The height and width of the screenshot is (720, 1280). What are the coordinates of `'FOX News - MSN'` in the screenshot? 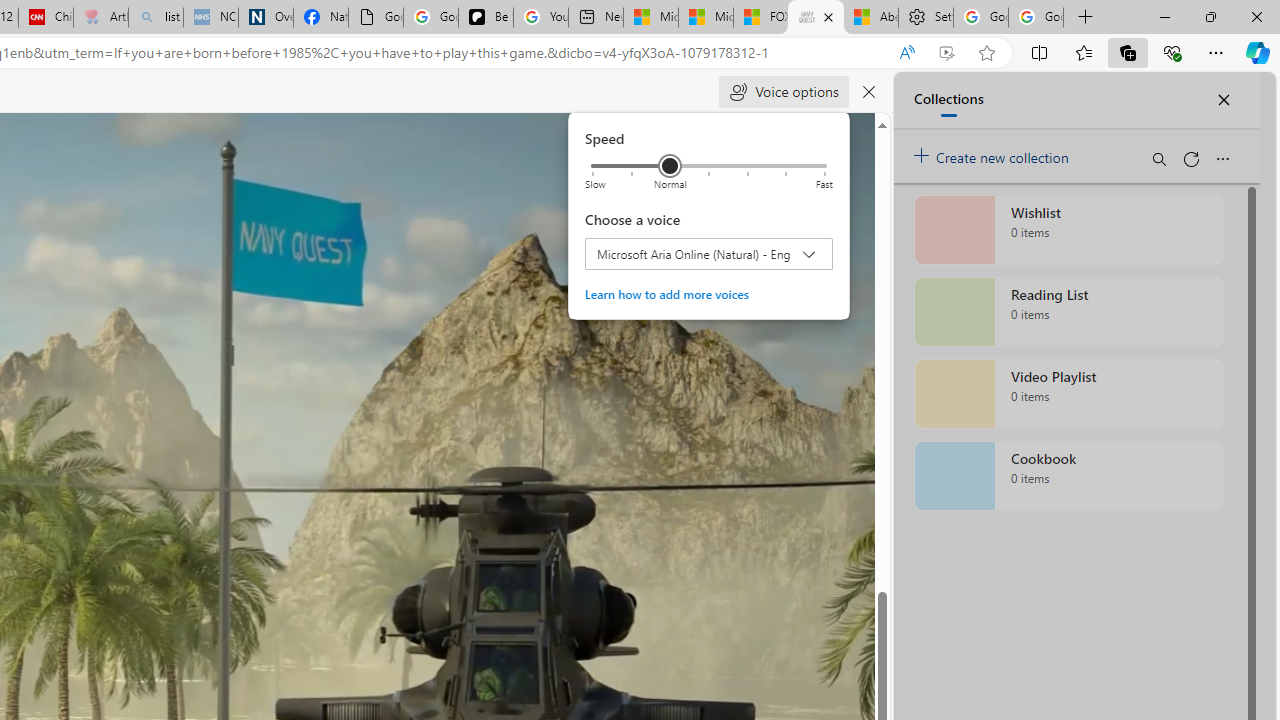 It's located at (759, 17).